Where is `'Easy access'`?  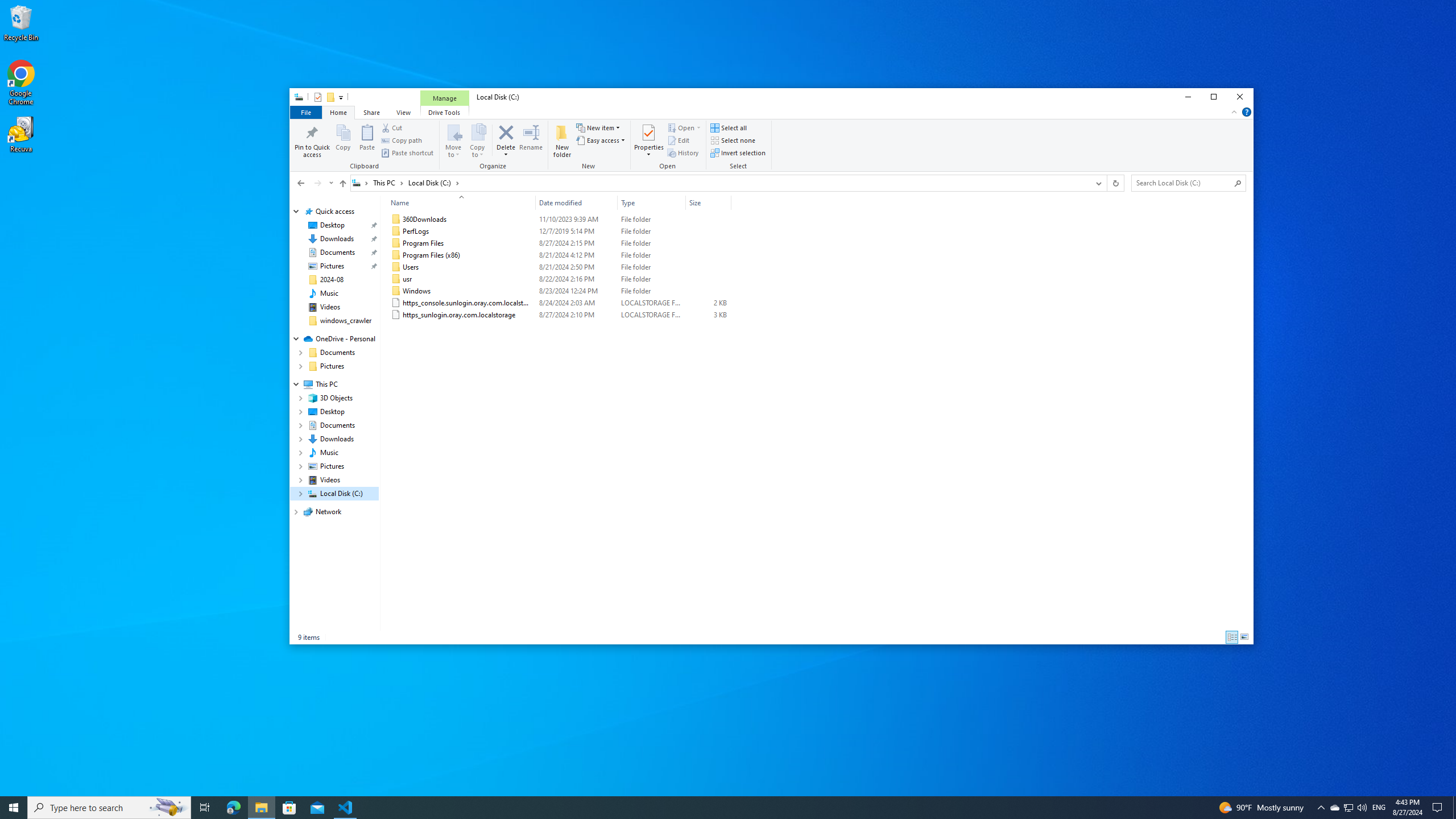
'Easy access' is located at coordinates (600, 139).